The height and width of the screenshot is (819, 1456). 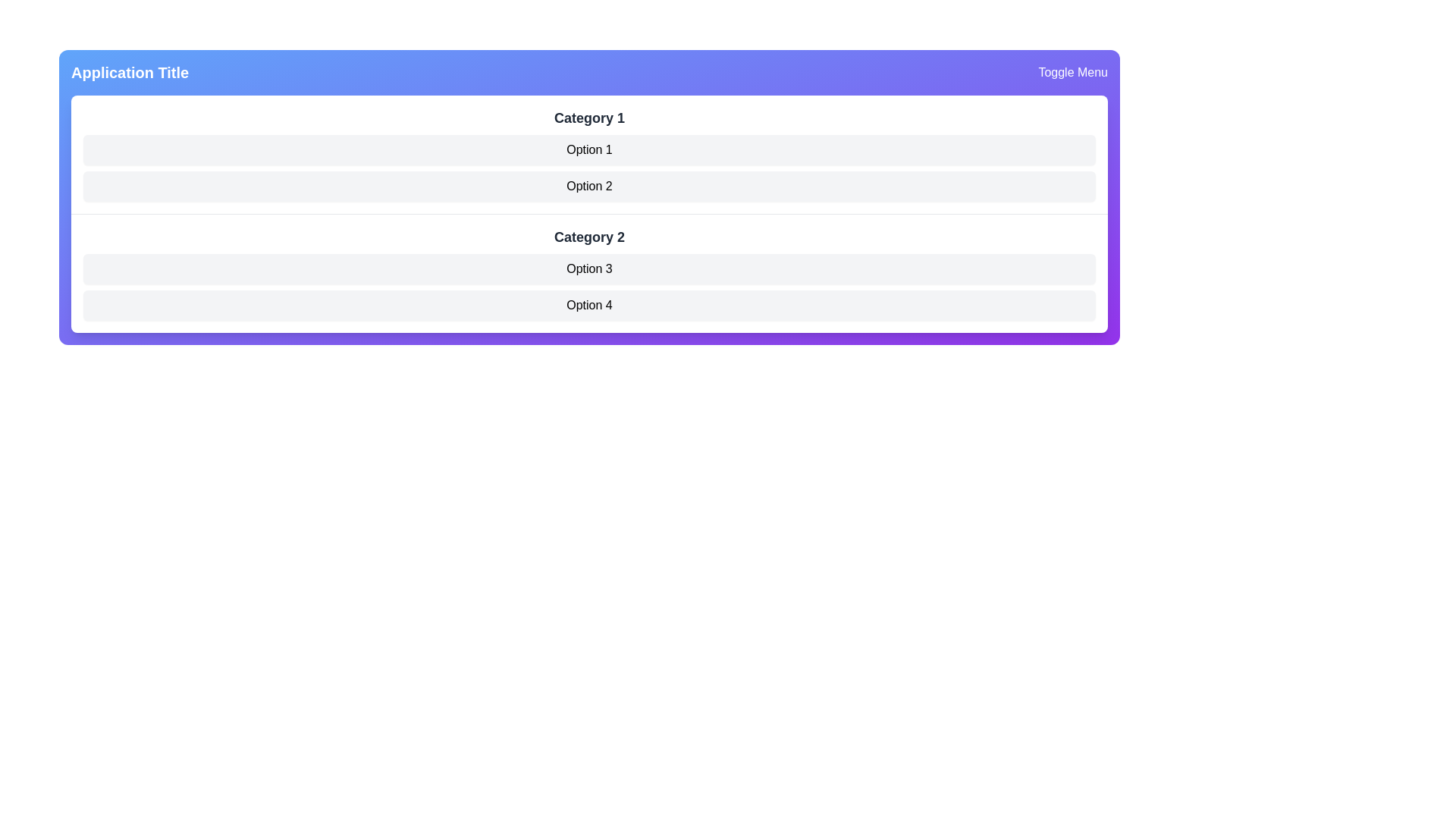 I want to click on the button labeled 'Option 1', which is a rectangular component with a light gray background and rounded corners, located under 'Category 1', so click(x=588, y=149).